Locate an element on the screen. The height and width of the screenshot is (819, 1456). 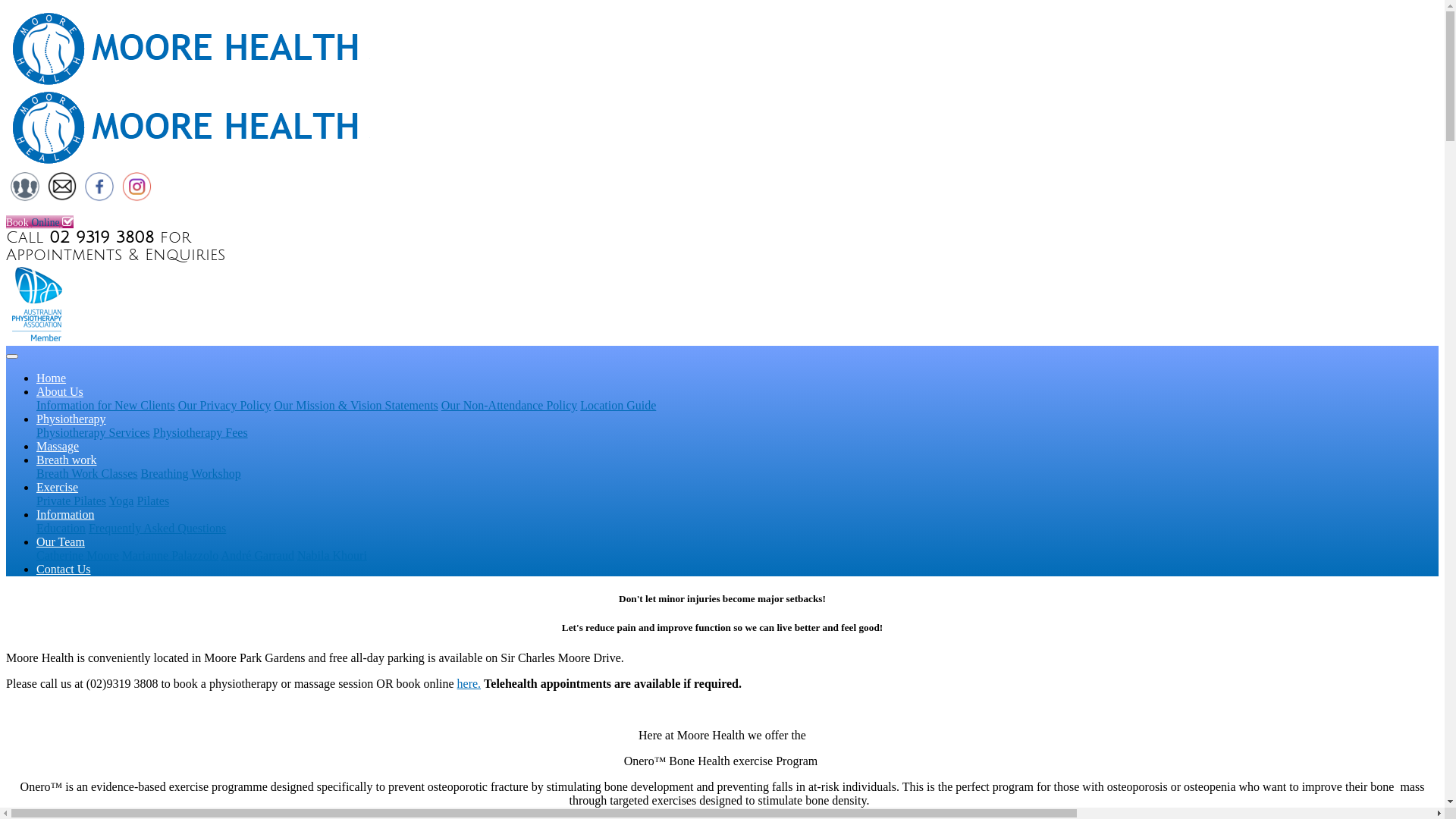
'Our Privacy Policy' is located at coordinates (224, 404).